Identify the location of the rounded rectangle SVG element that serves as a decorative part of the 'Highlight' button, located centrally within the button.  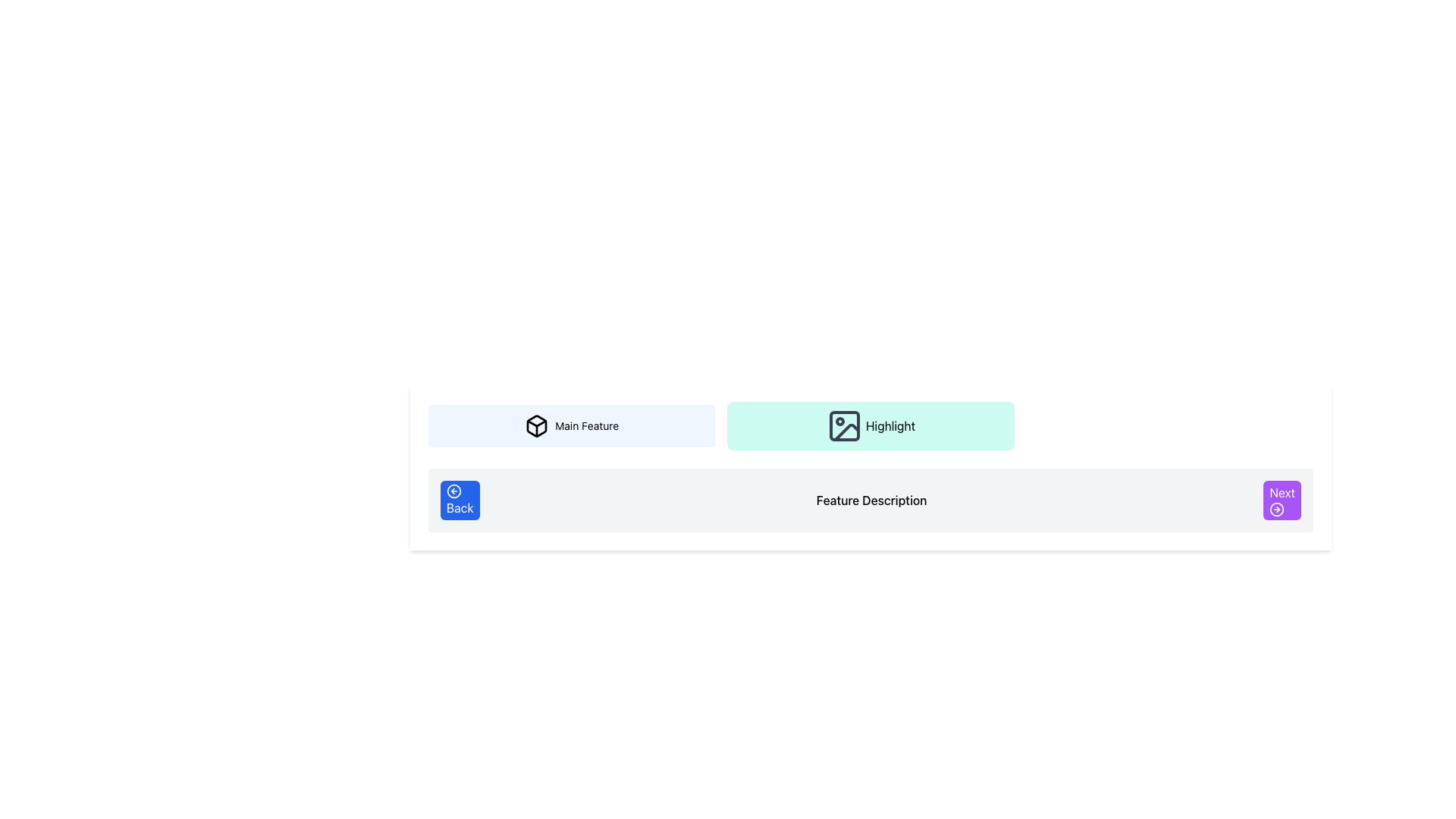
(843, 426).